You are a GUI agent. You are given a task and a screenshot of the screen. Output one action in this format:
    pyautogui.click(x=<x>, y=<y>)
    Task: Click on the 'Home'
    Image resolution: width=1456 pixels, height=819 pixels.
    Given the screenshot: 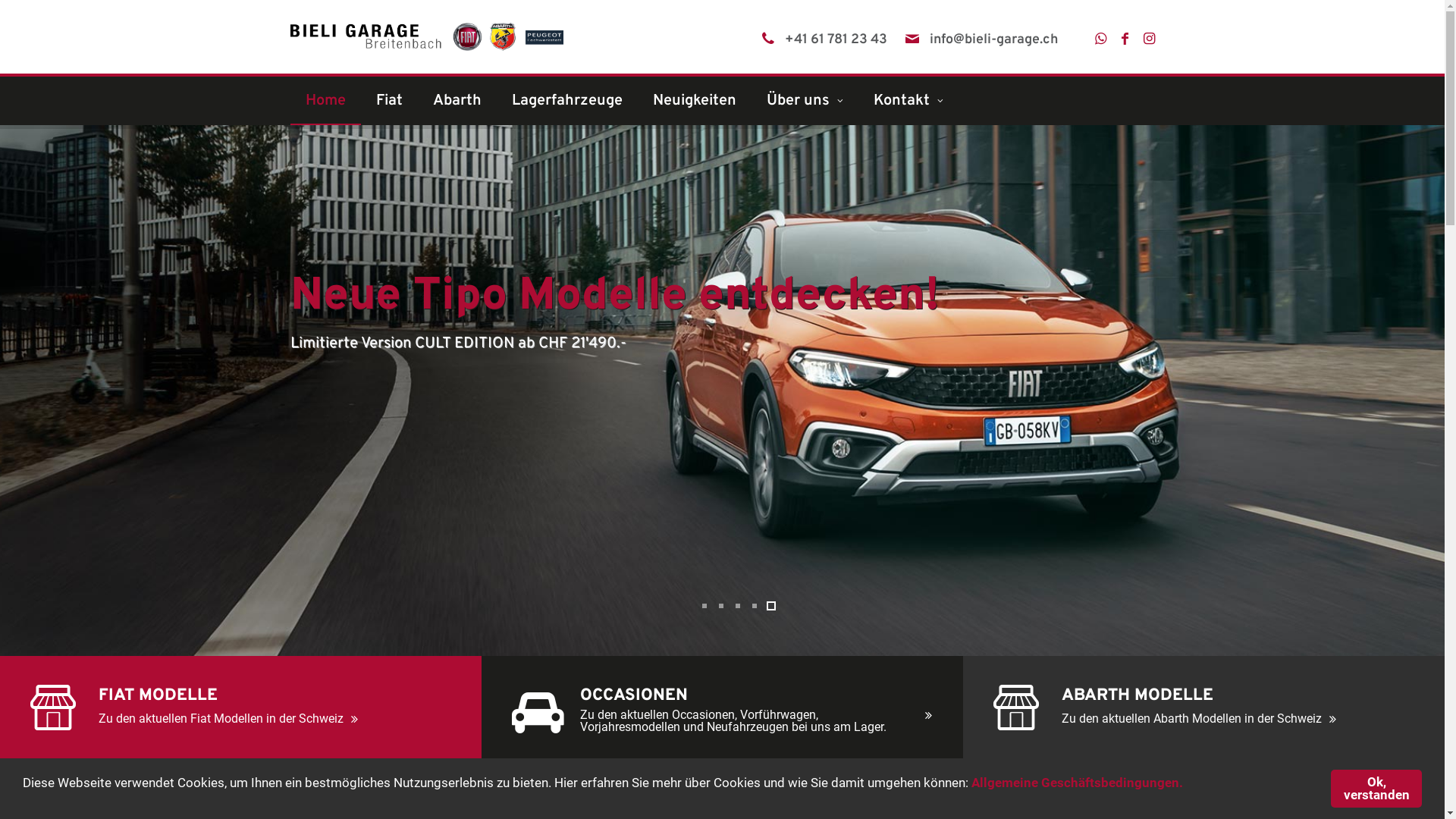 What is the action you would take?
    pyautogui.click(x=324, y=100)
    